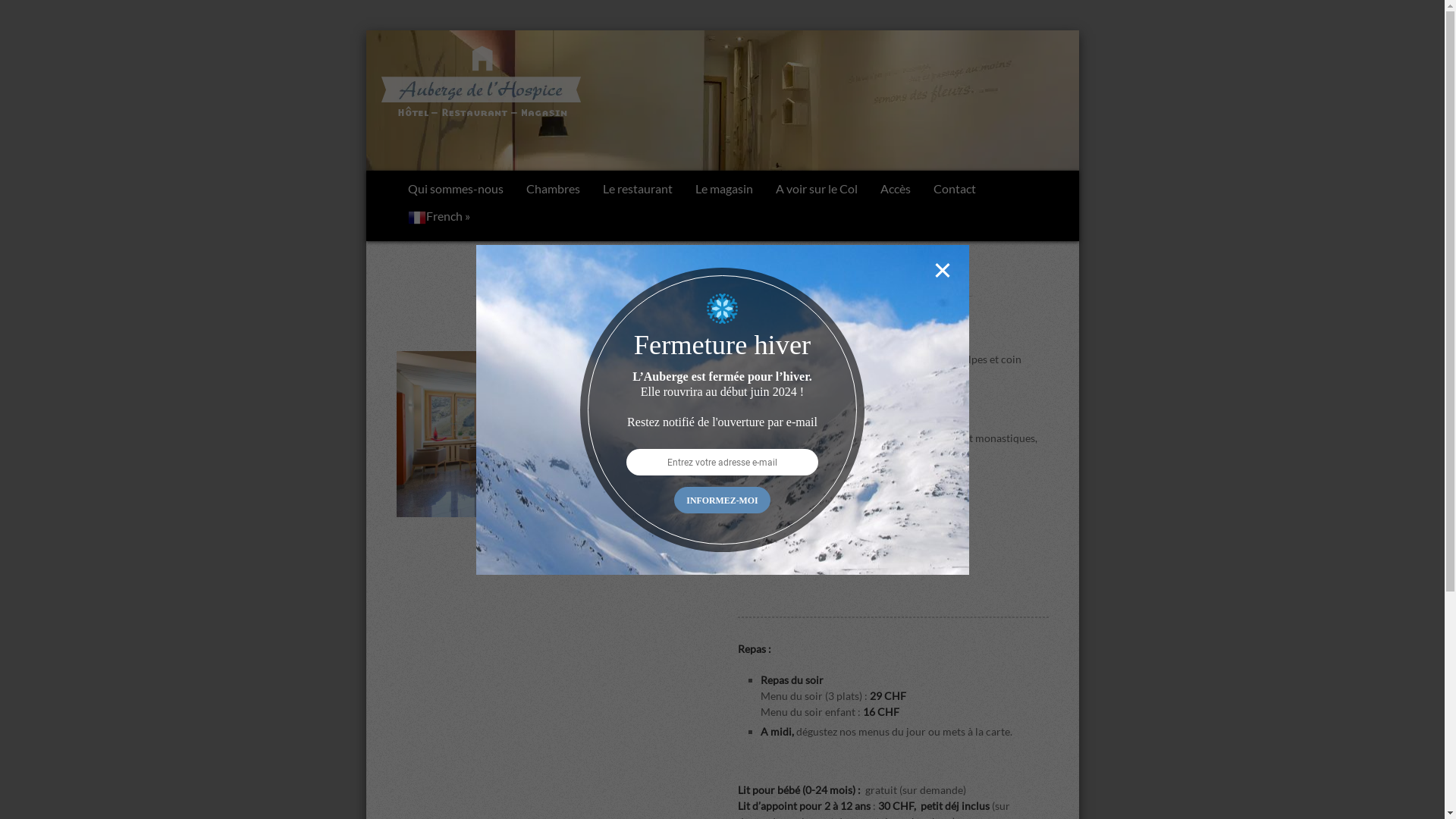  I want to click on 'Chambres', so click(551, 189).